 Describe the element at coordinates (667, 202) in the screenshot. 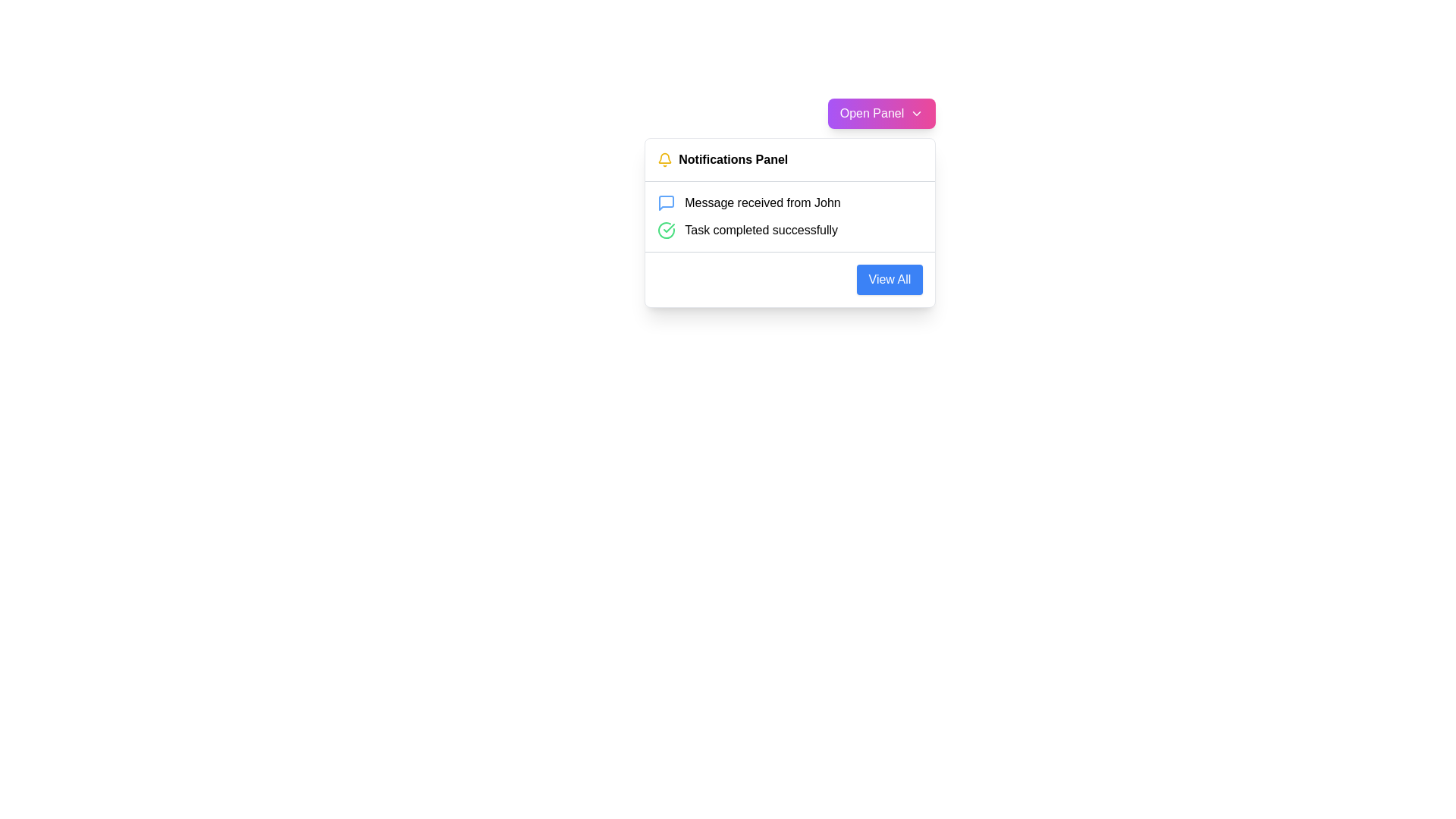

I see `the speech bubble icon in the notification dropdown that indicates a message from John` at that location.